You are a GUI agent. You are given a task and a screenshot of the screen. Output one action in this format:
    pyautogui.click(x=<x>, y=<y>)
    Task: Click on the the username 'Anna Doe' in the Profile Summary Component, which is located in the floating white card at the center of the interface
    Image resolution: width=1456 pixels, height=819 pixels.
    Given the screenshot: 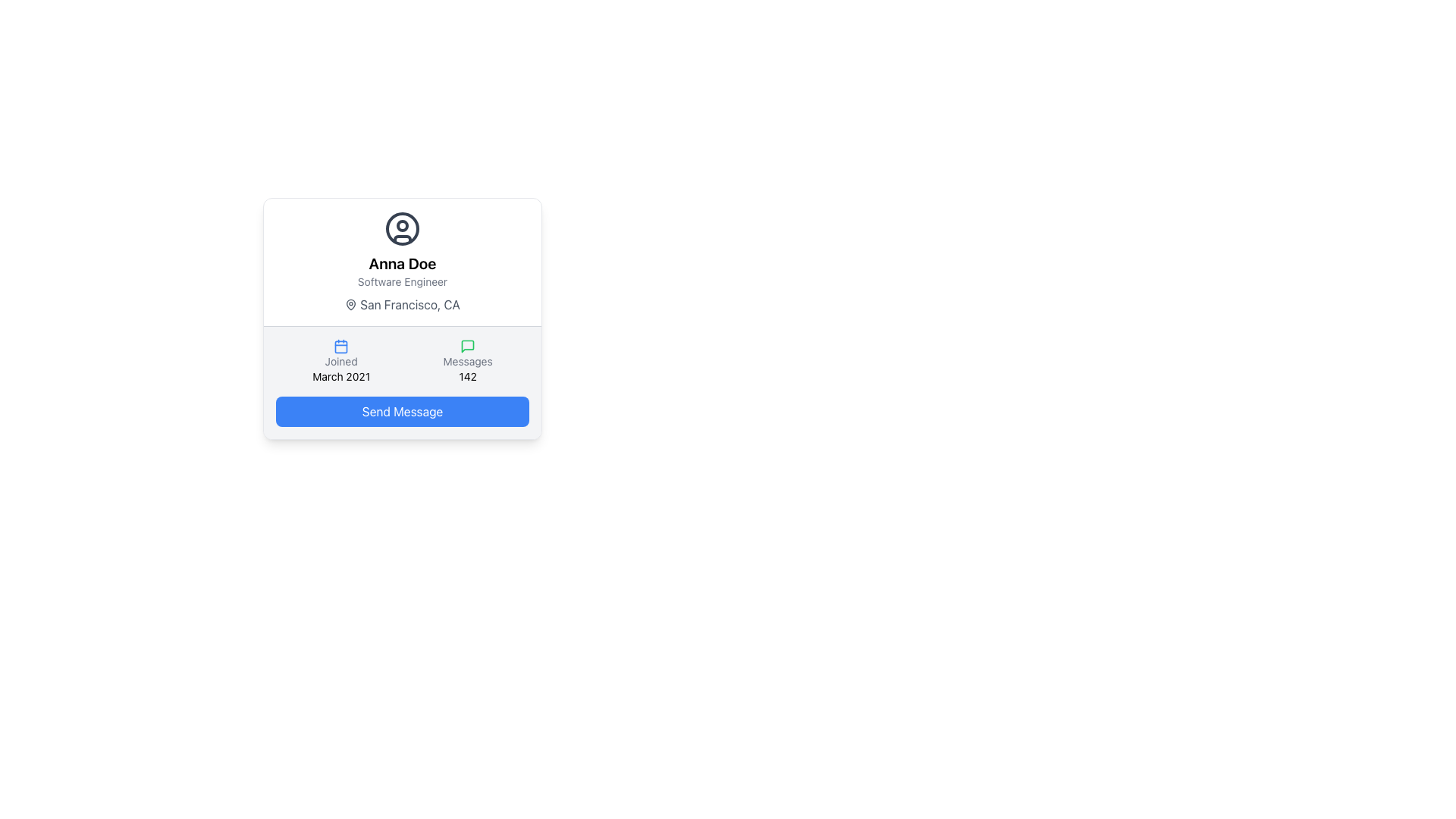 What is the action you would take?
    pyautogui.click(x=403, y=262)
    